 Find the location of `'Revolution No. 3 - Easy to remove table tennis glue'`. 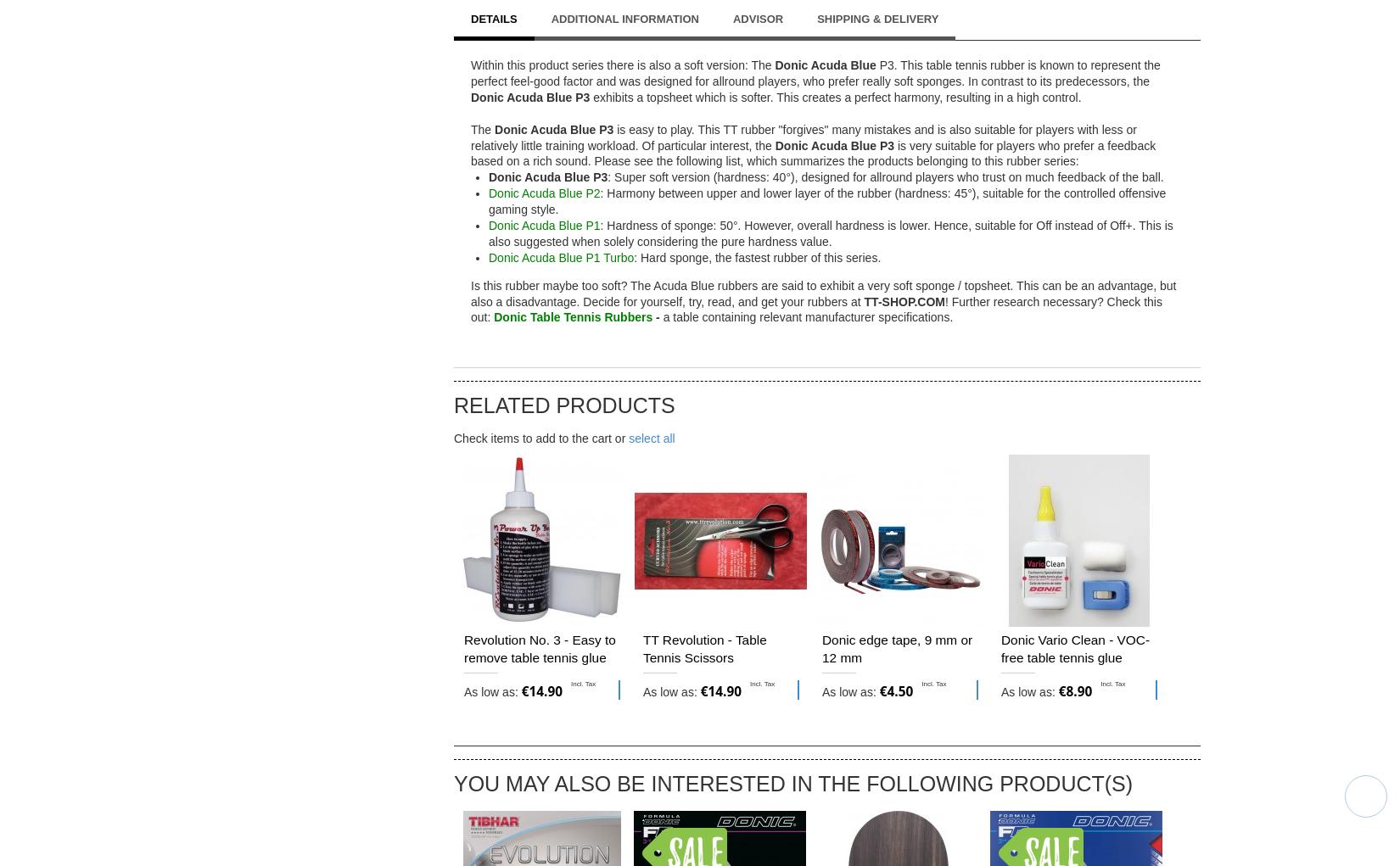

'Revolution No. 3 - Easy to remove table tennis glue' is located at coordinates (539, 649).